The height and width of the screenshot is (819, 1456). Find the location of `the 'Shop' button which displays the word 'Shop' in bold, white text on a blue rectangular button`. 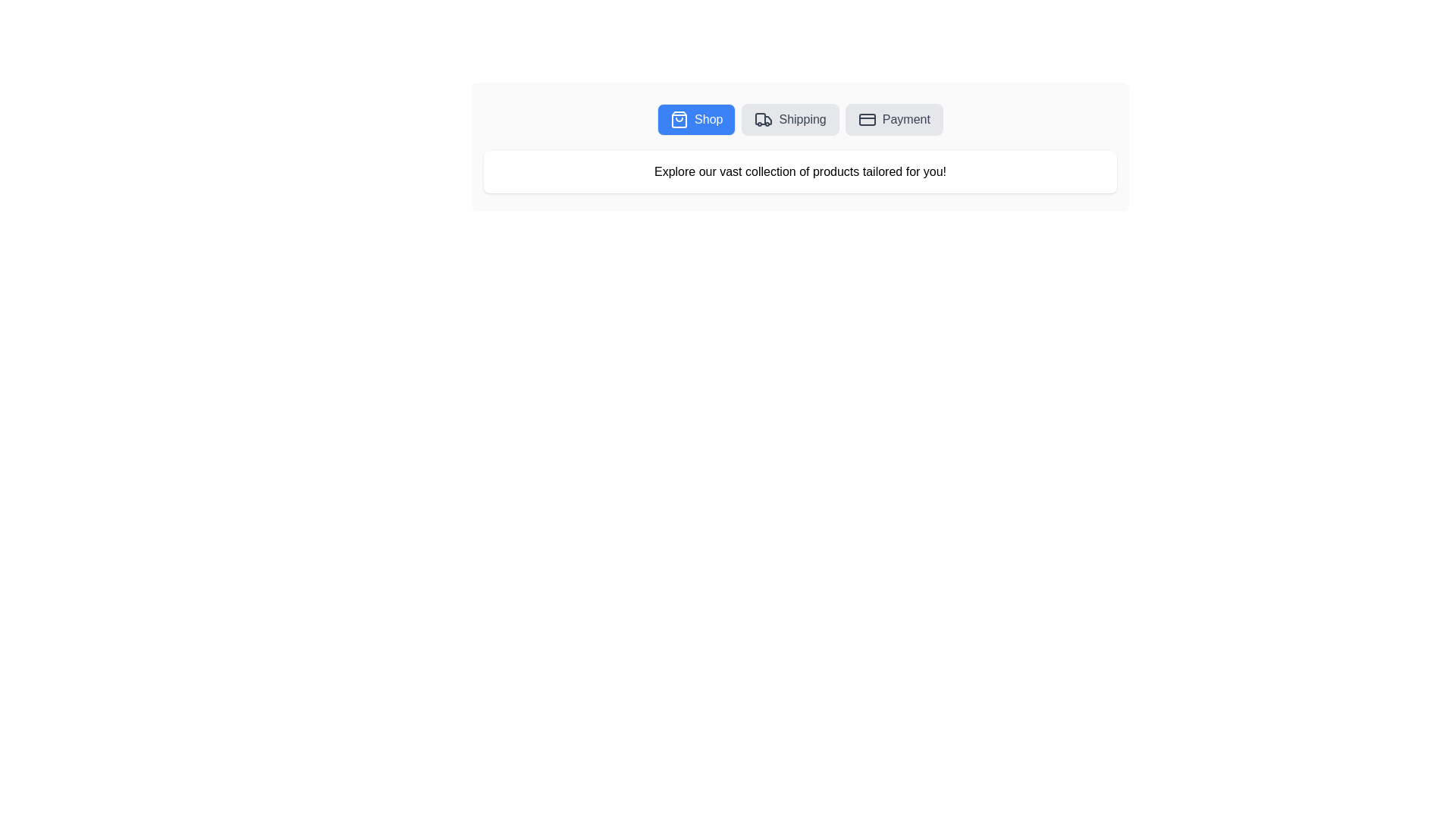

the 'Shop' button which displays the word 'Shop' in bold, white text on a blue rectangular button is located at coordinates (708, 119).